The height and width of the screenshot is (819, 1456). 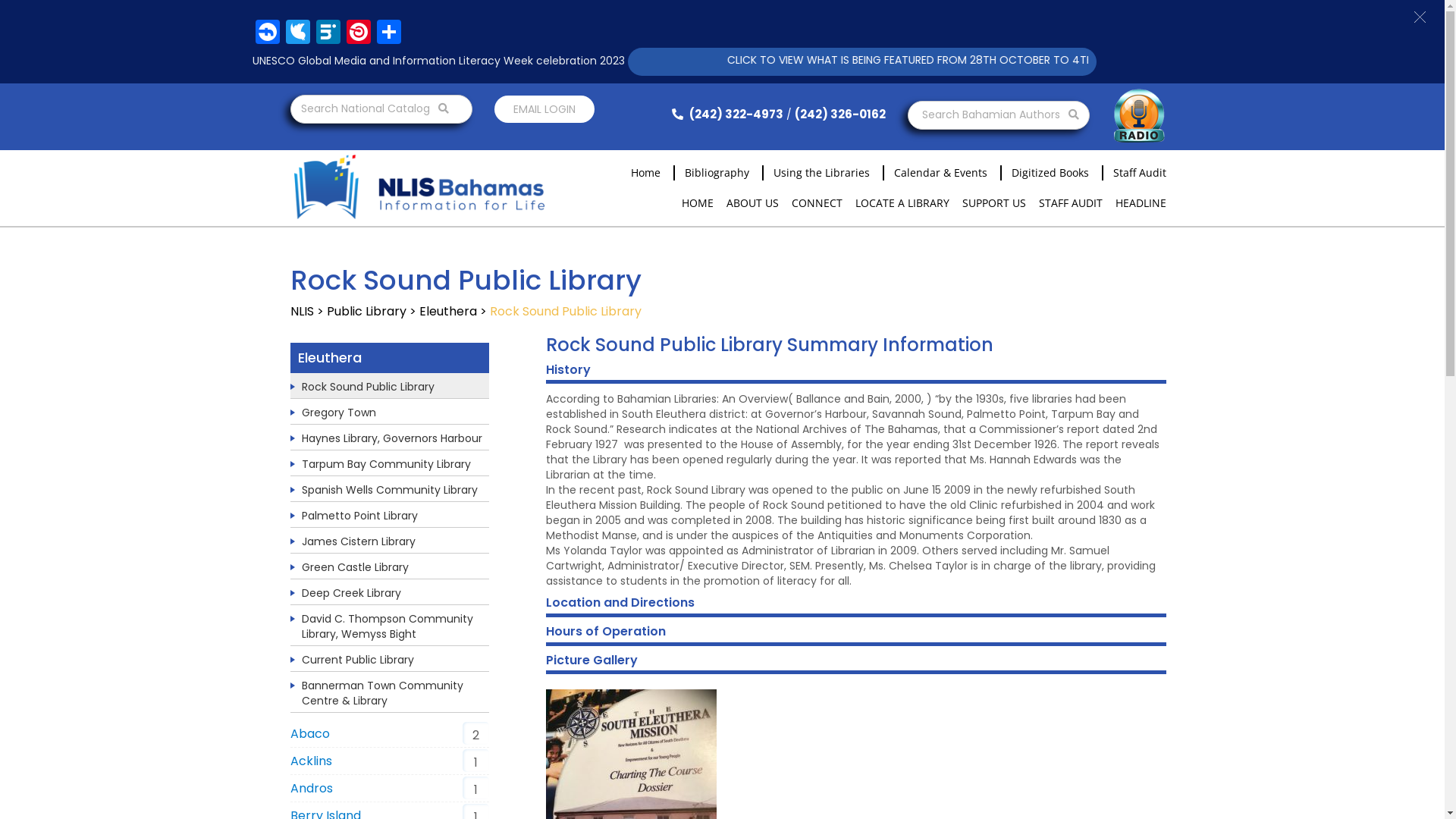 I want to click on 'Facebook', so click(x=266, y=33).